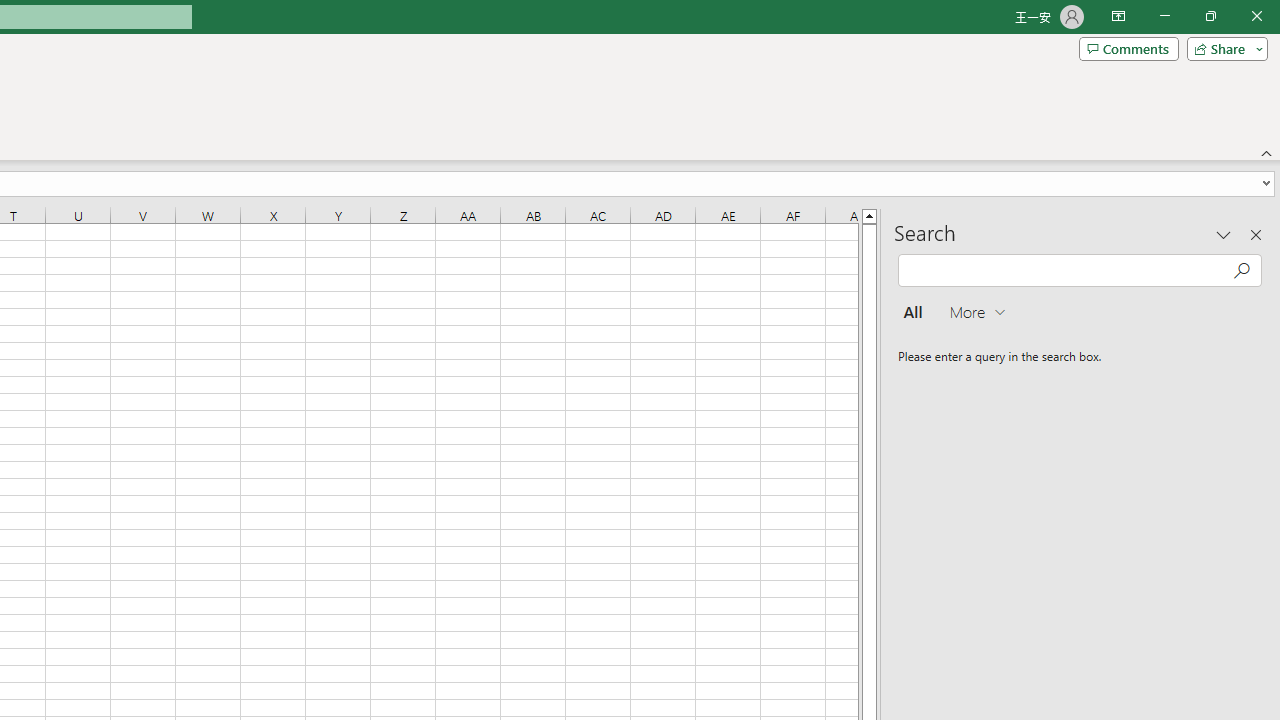 This screenshot has width=1280, height=720. Describe the element at coordinates (1255, 16) in the screenshot. I see `'Close'` at that location.